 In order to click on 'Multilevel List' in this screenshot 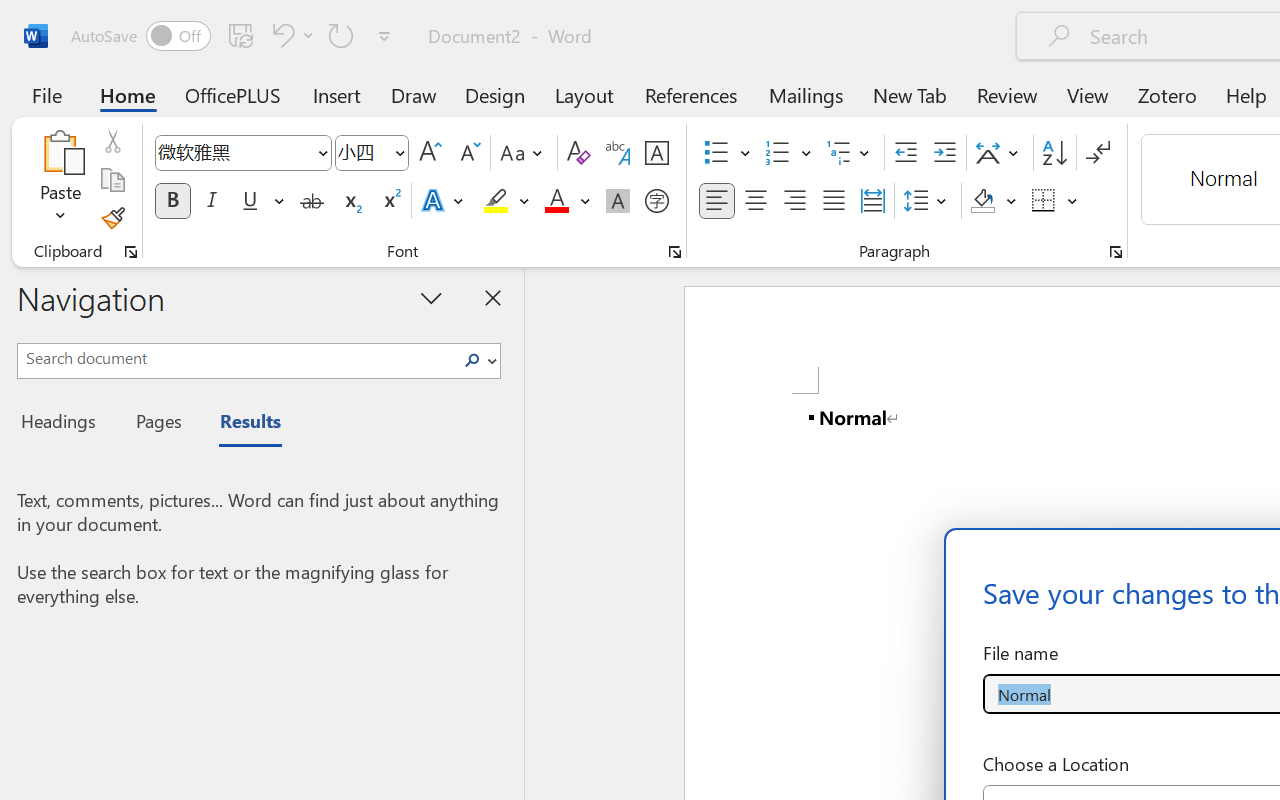, I will do `click(850, 153)`.